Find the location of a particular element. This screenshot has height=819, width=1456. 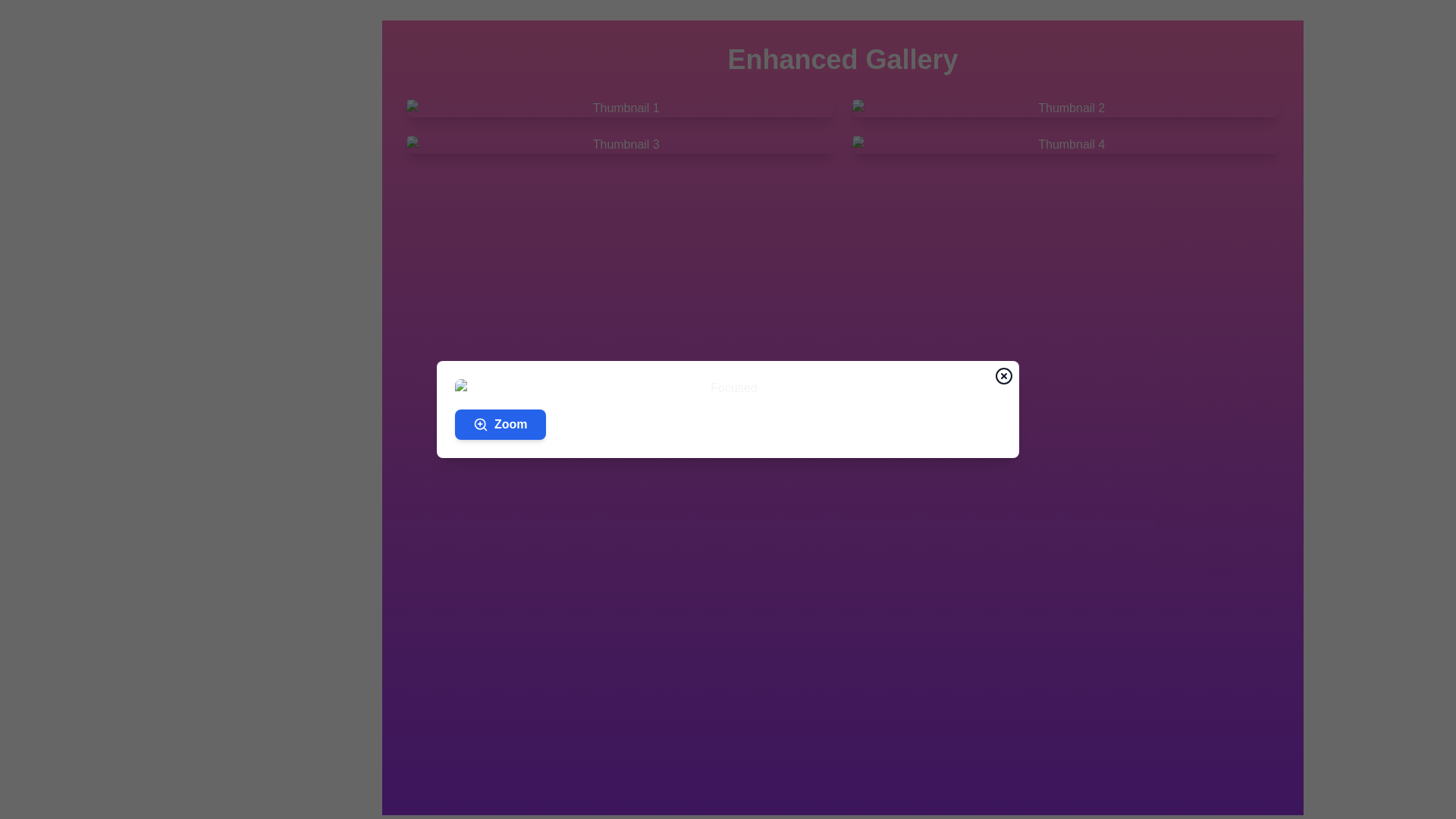

the magnifying glass icon embedded within the blue 'Zoom' button is located at coordinates (479, 424).